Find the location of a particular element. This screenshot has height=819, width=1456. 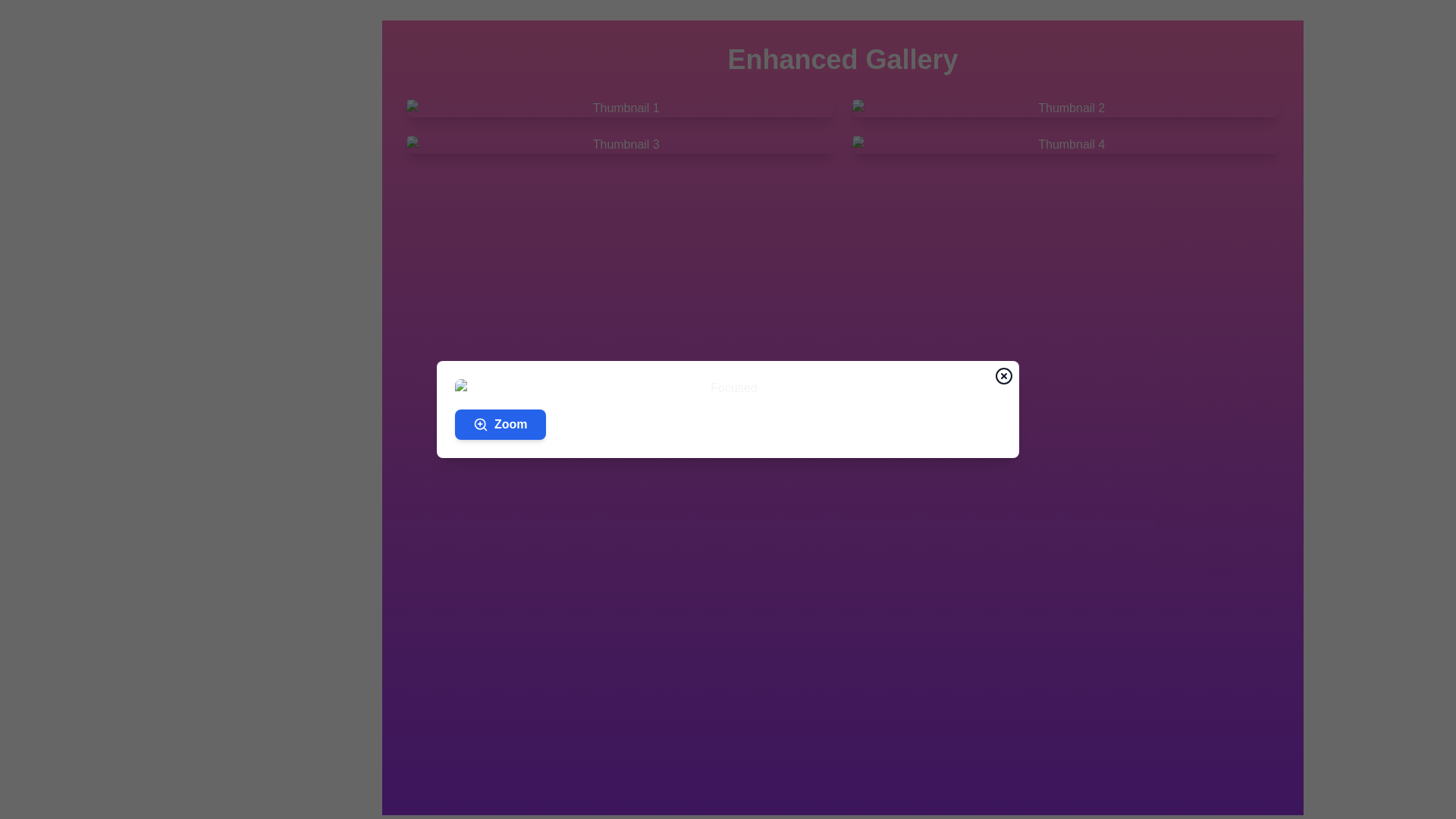

the magnifying glass icon embedded within the blue 'Zoom' button is located at coordinates (479, 424).